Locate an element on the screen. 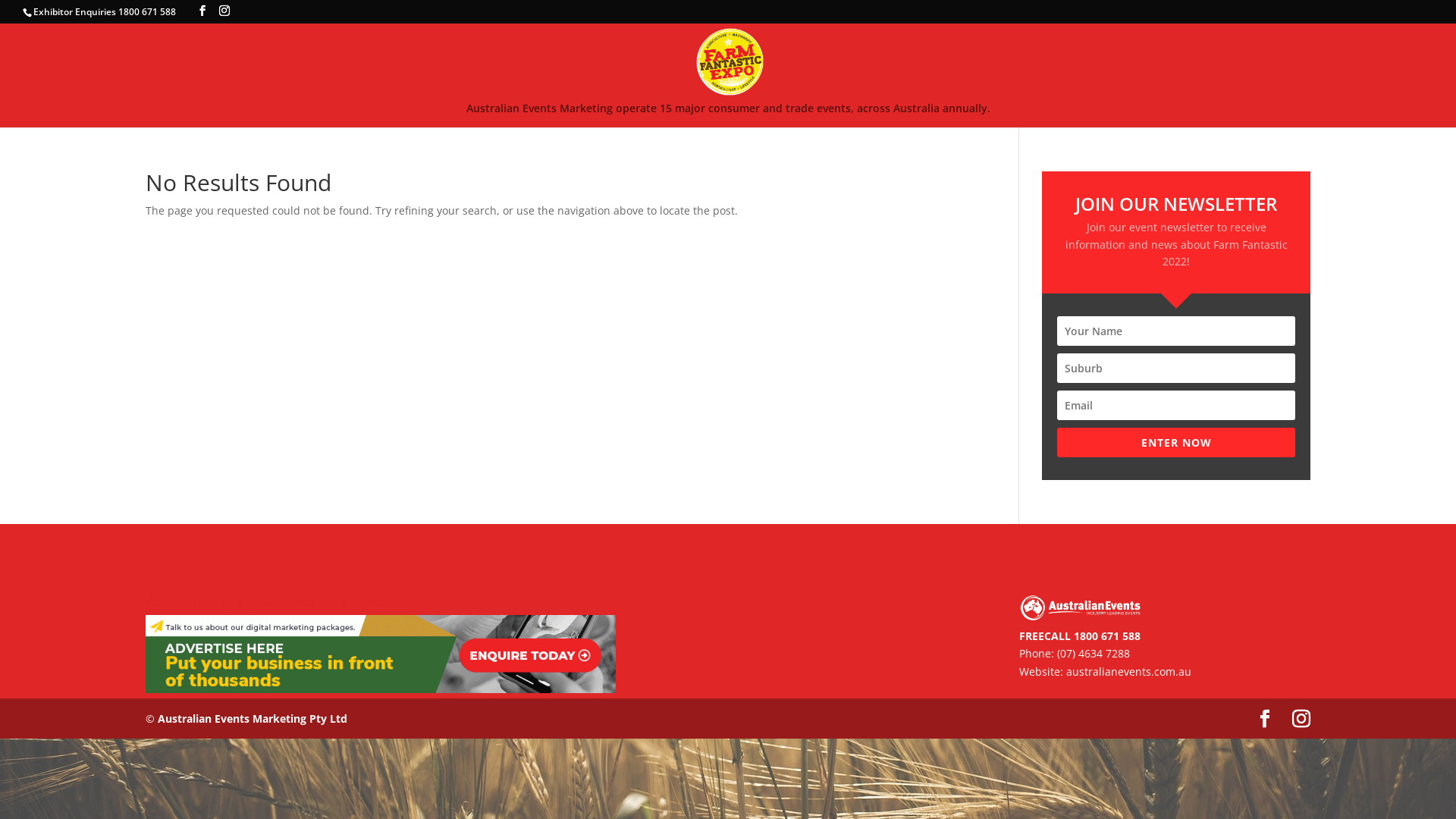 This screenshot has height=819, width=1456. 'ENTER NOW' is located at coordinates (1175, 442).